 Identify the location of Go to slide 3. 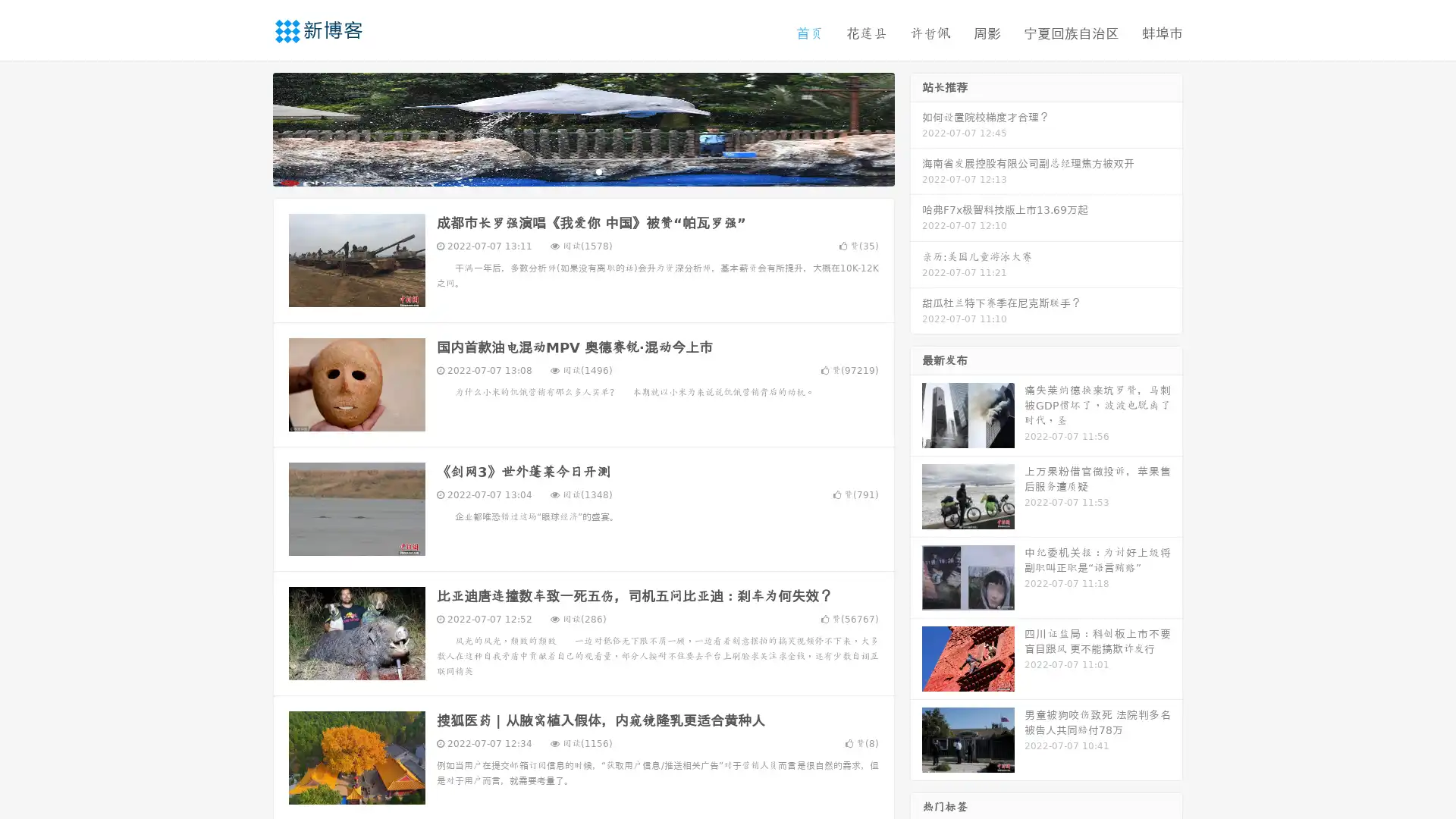
(598, 171).